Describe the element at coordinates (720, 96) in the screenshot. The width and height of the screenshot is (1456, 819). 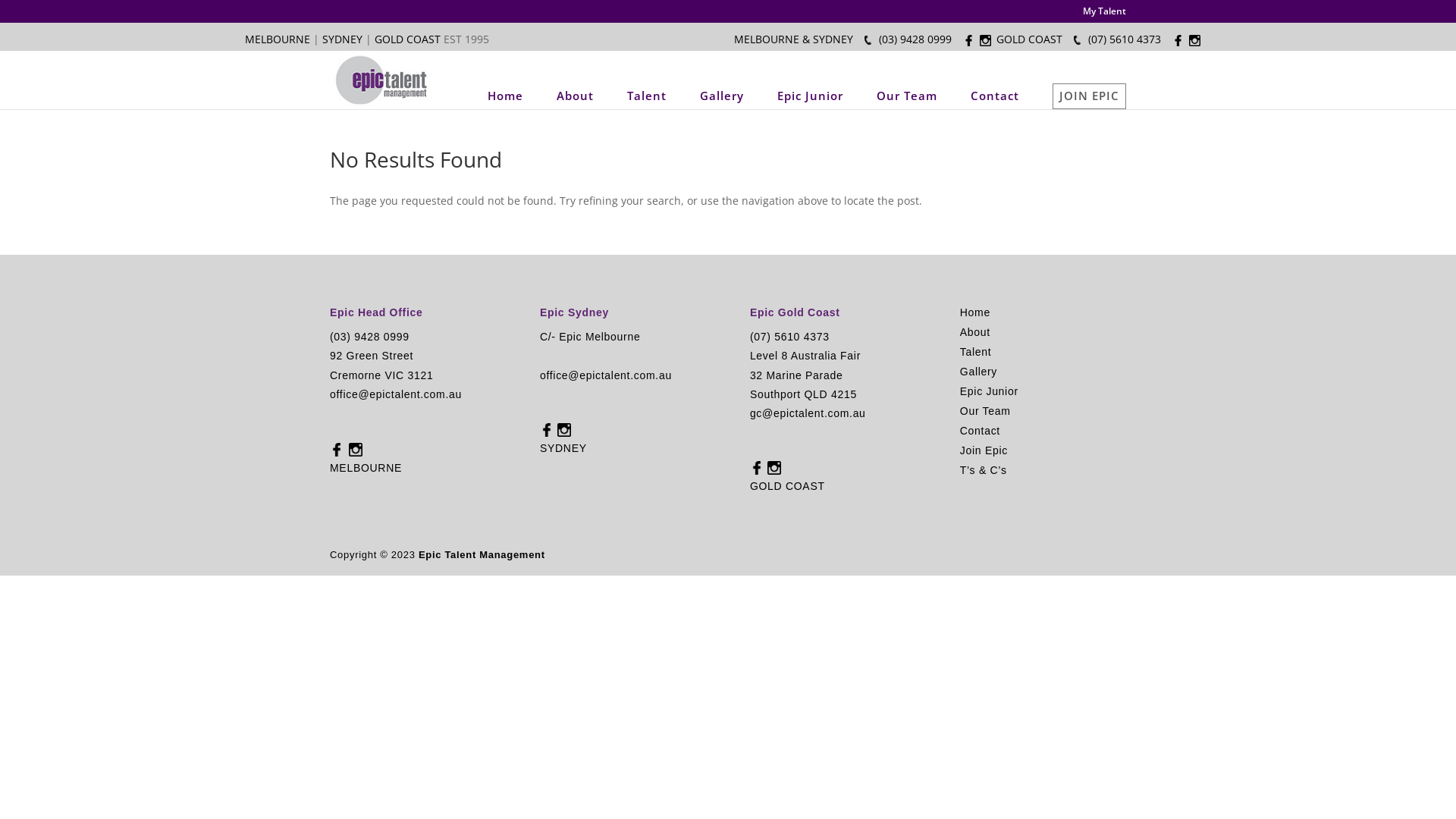
I see `'Gallery'` at that location.